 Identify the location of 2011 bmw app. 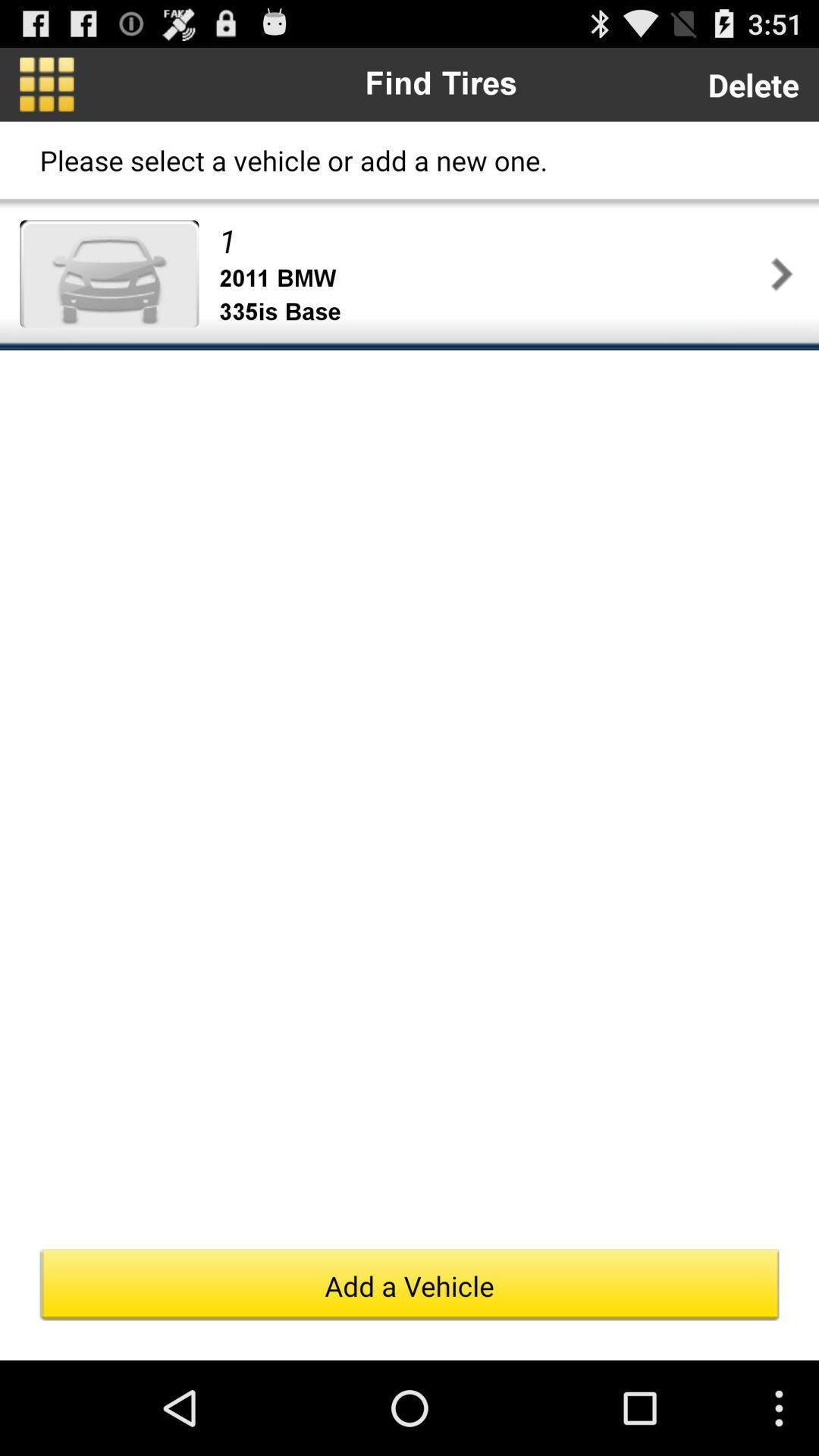
(491, 278).